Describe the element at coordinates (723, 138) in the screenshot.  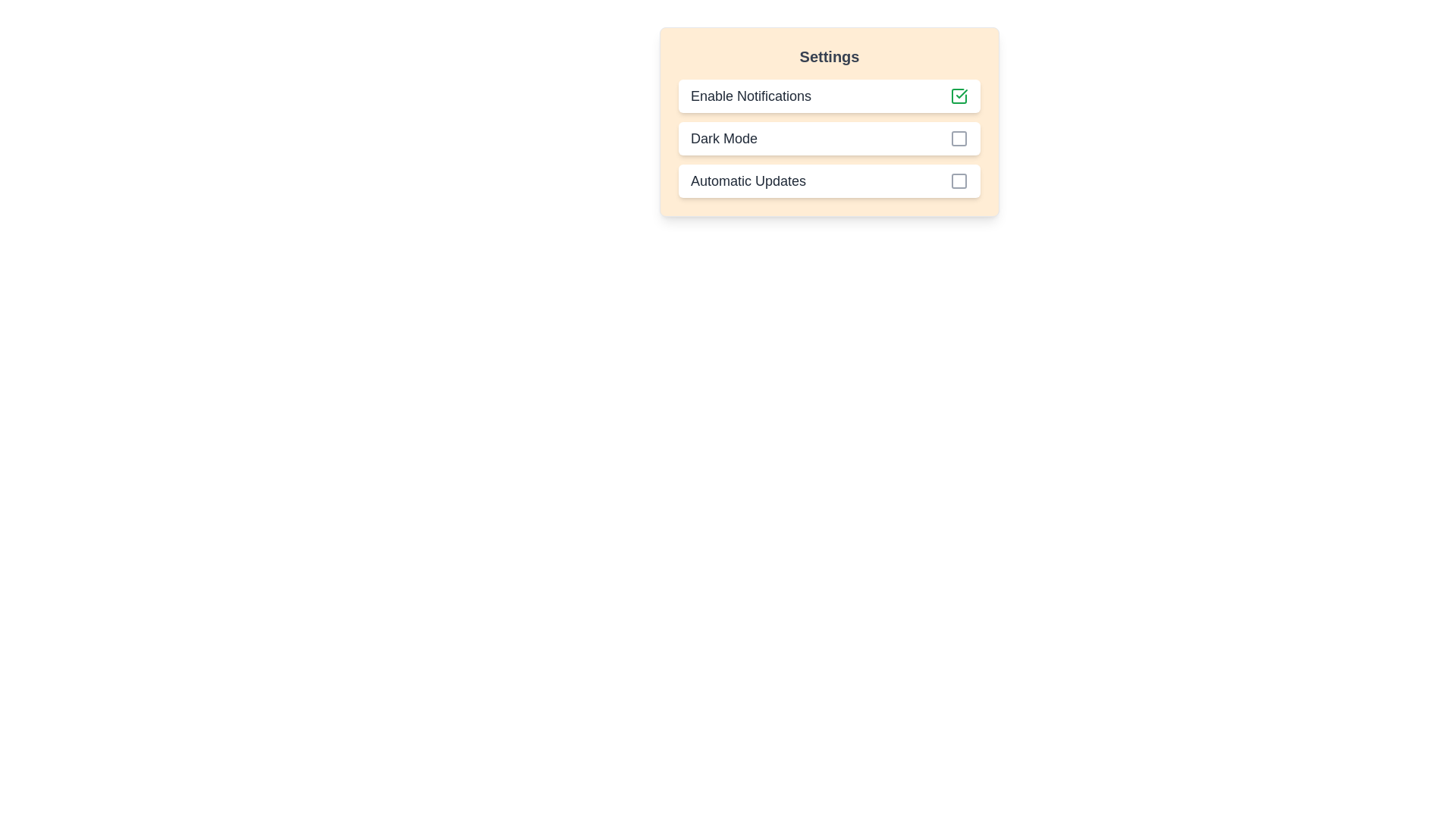
I see `the Text Label indicating the option for enabling or disabling Dark Mode in the settings menu, located between 'Enable Notifications' and 'Automatic Updates'` at that location.